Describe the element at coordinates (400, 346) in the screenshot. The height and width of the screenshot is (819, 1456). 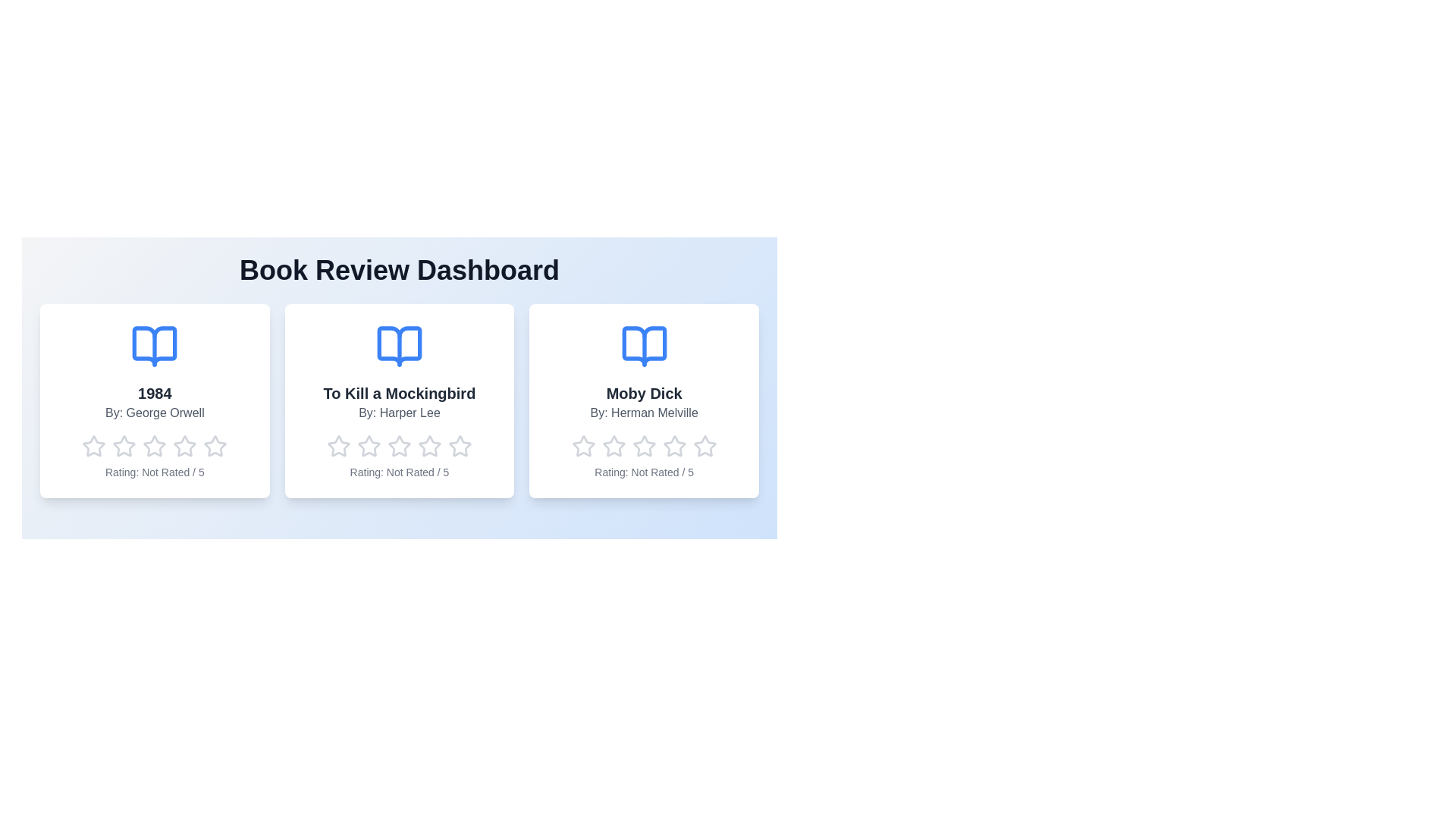
I see `the book icon for To Kill a Mockingbird` at that location.